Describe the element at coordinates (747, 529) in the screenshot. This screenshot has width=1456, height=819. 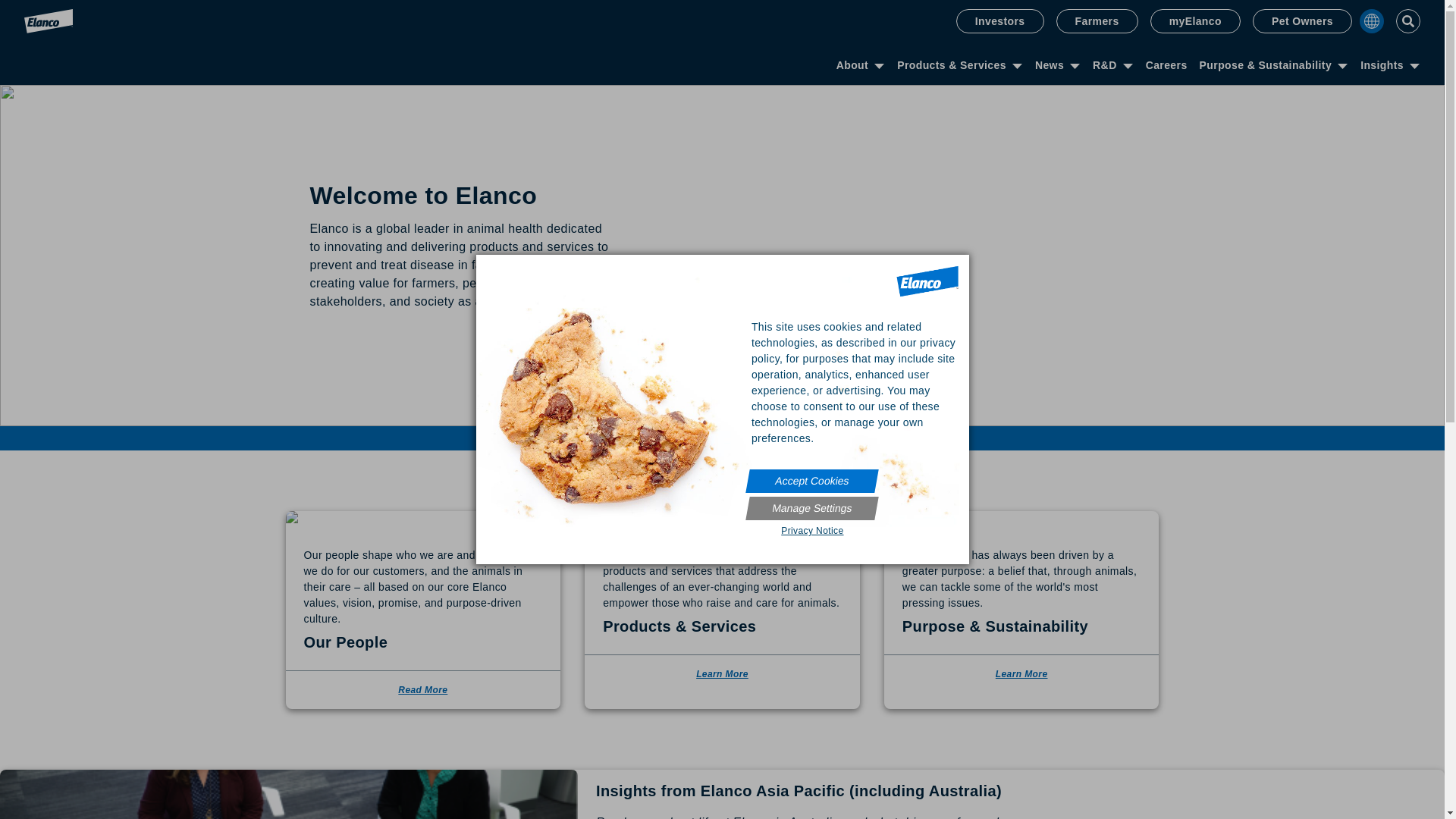
I see `'Privacy Notice'` at that location.